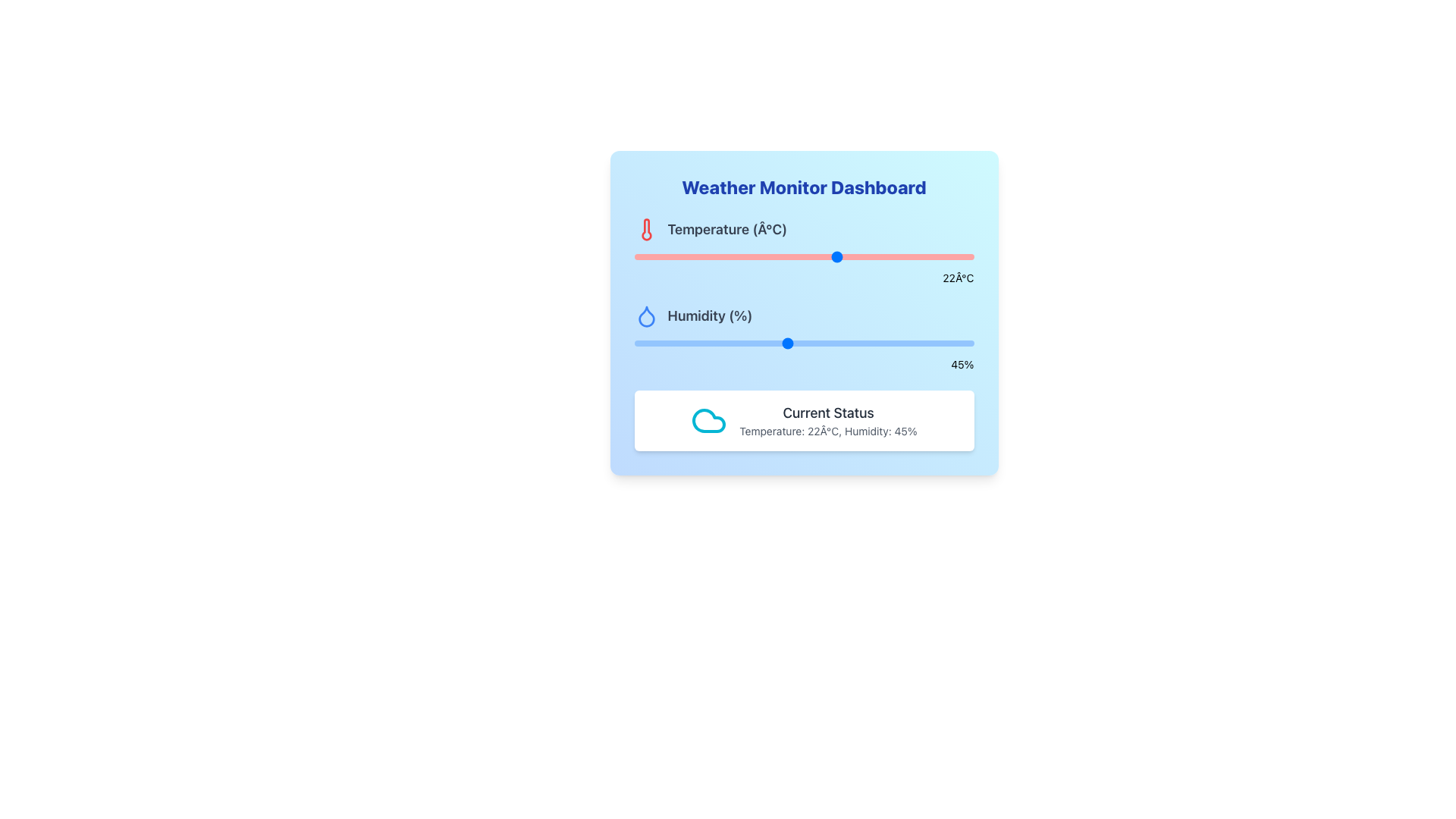 Image resolution: width=1456 pixels, height=819 pixels. I want to click on the humidity slider, so click(855, 343).